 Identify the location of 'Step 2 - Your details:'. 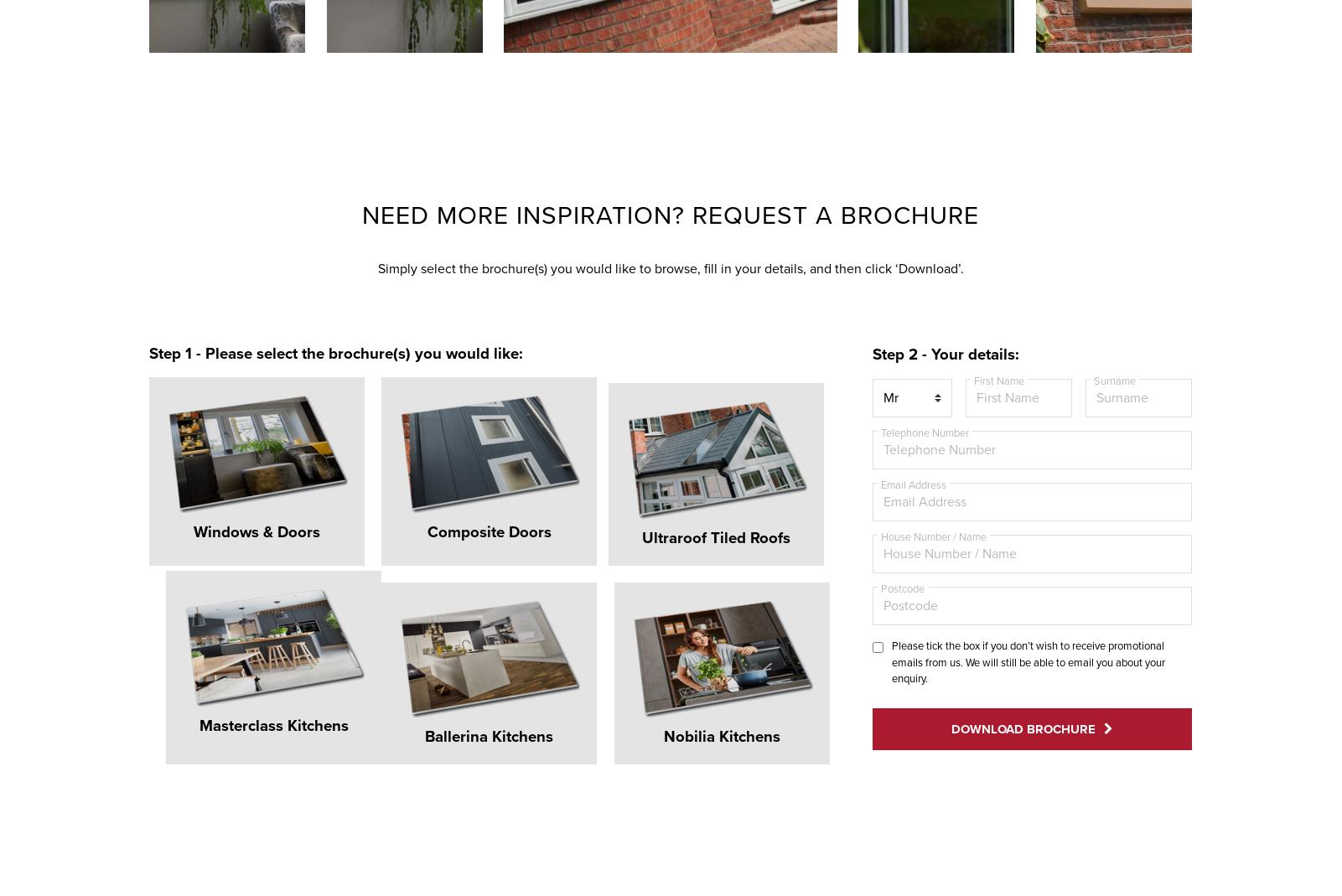
(945, 355).